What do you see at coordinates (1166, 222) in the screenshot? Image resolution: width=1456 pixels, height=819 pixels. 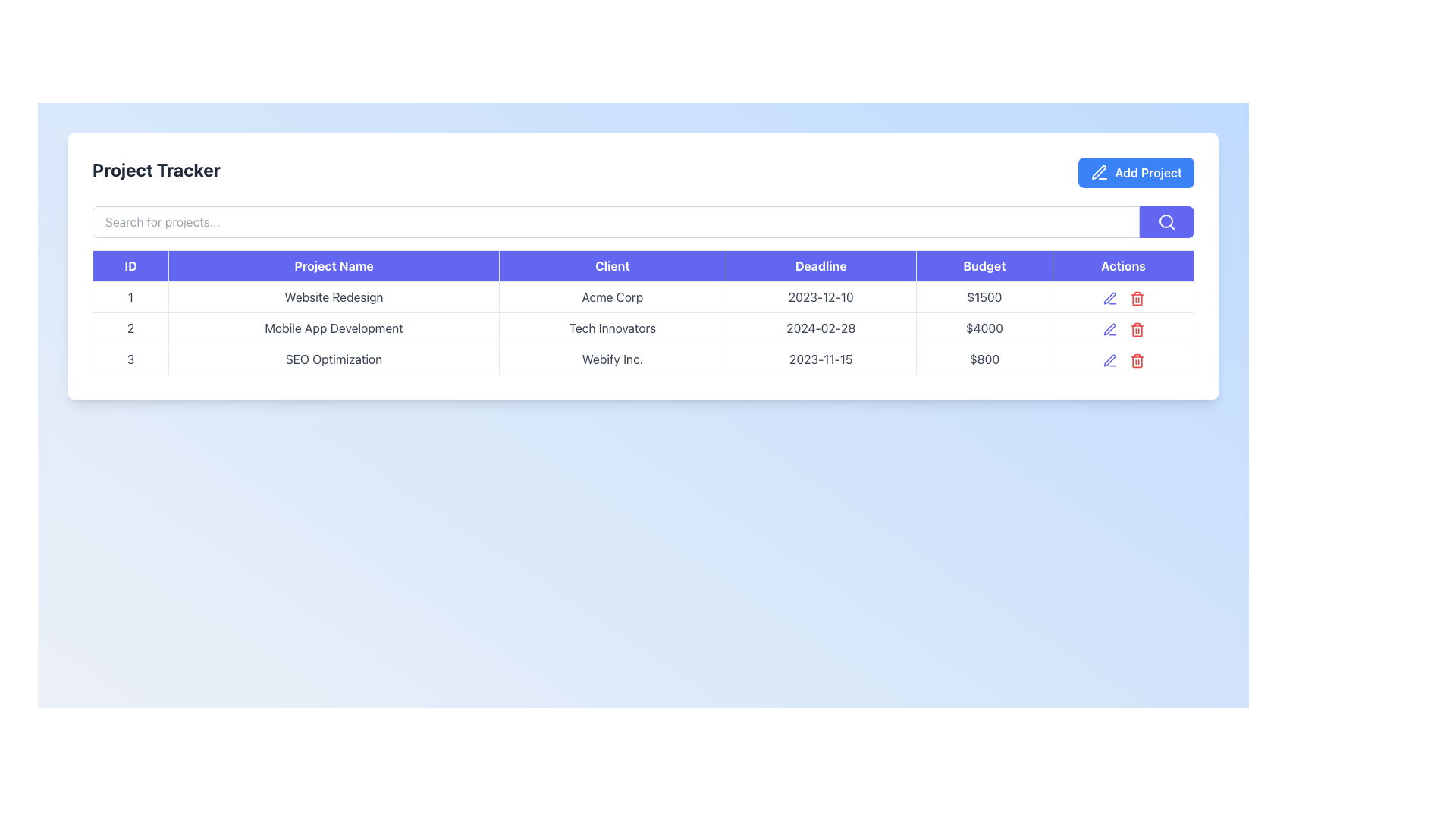 I see `the search button with a prominent indigo background and a white magnifying glass icon` at bounding box center [1166, 222].